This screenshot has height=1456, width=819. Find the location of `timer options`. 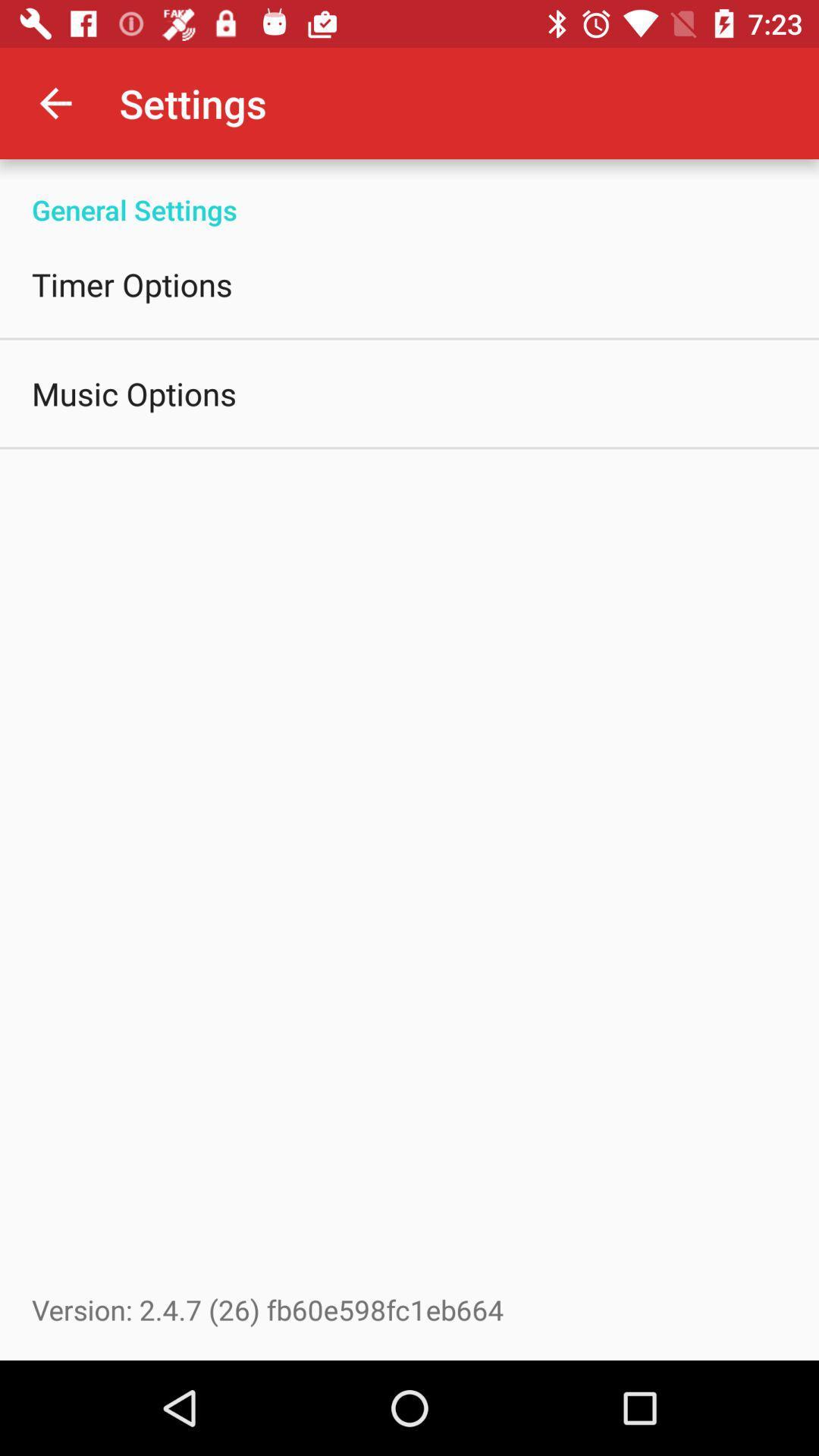

timer options is located at coordinates (131, 284).